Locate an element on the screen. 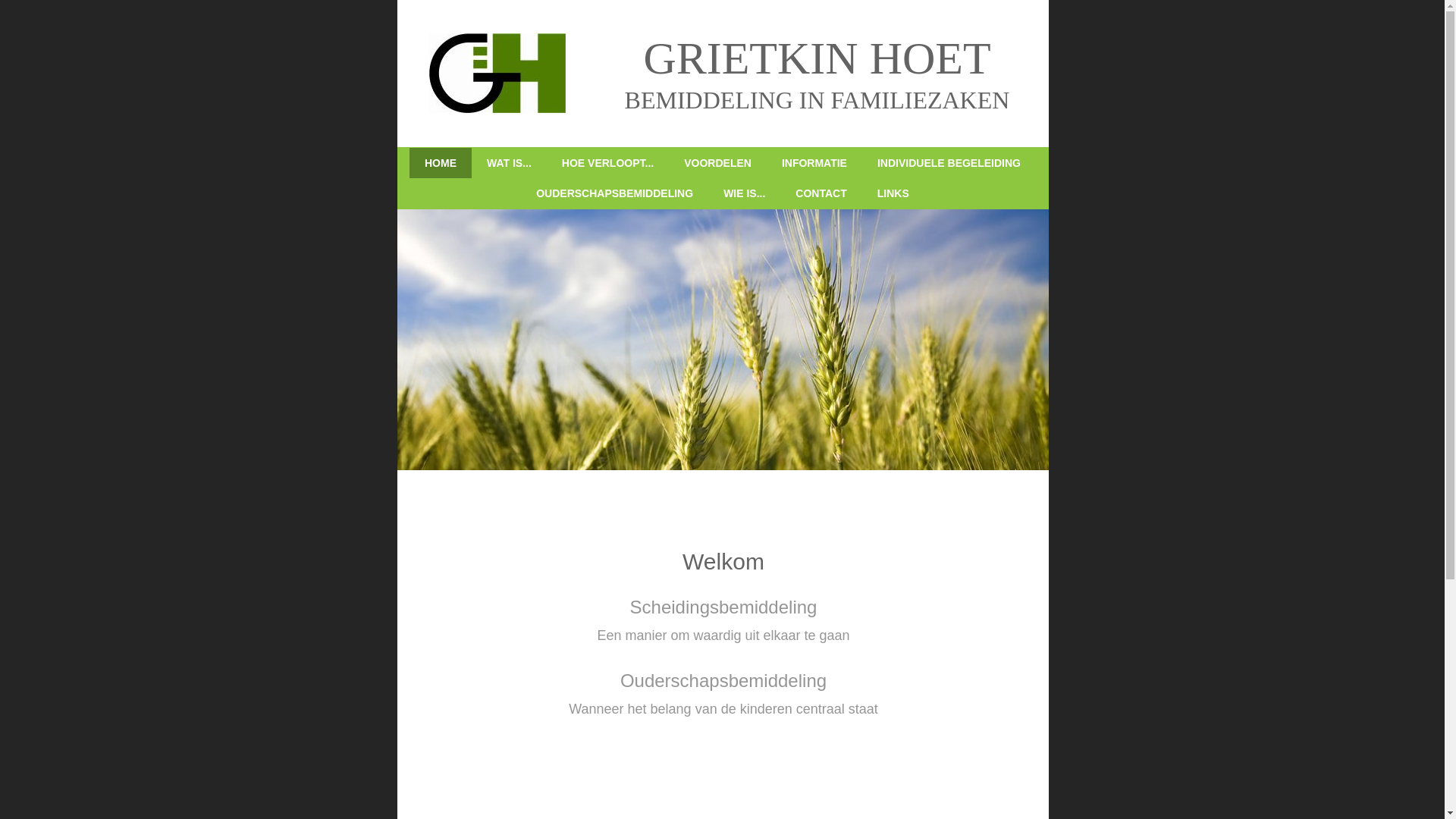 The width and height of the screenshot is (1456, 819). 'HOE VERLOOPT...' is located at coordinates (607, 163).